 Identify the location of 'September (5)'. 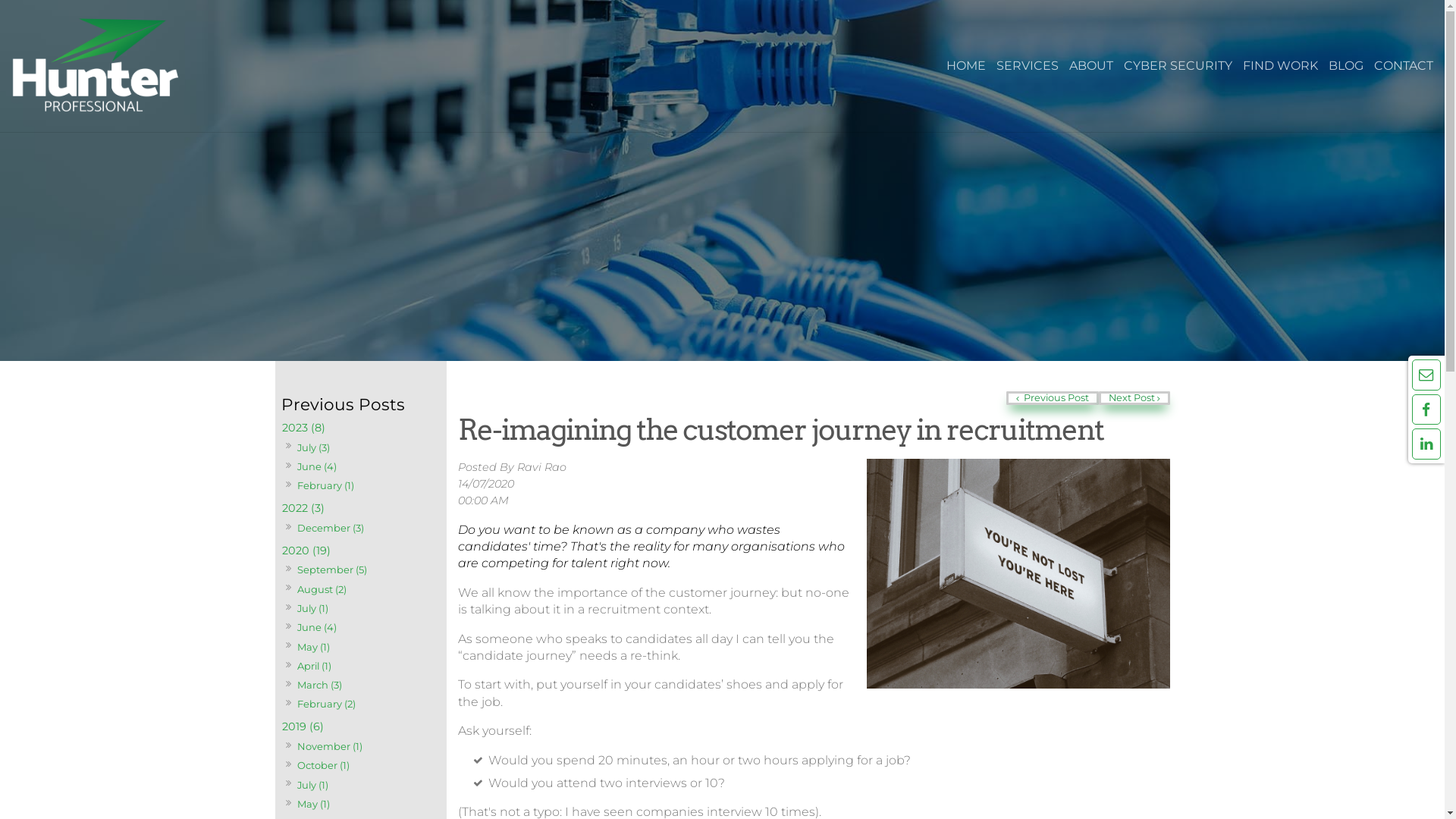
(331, 570).